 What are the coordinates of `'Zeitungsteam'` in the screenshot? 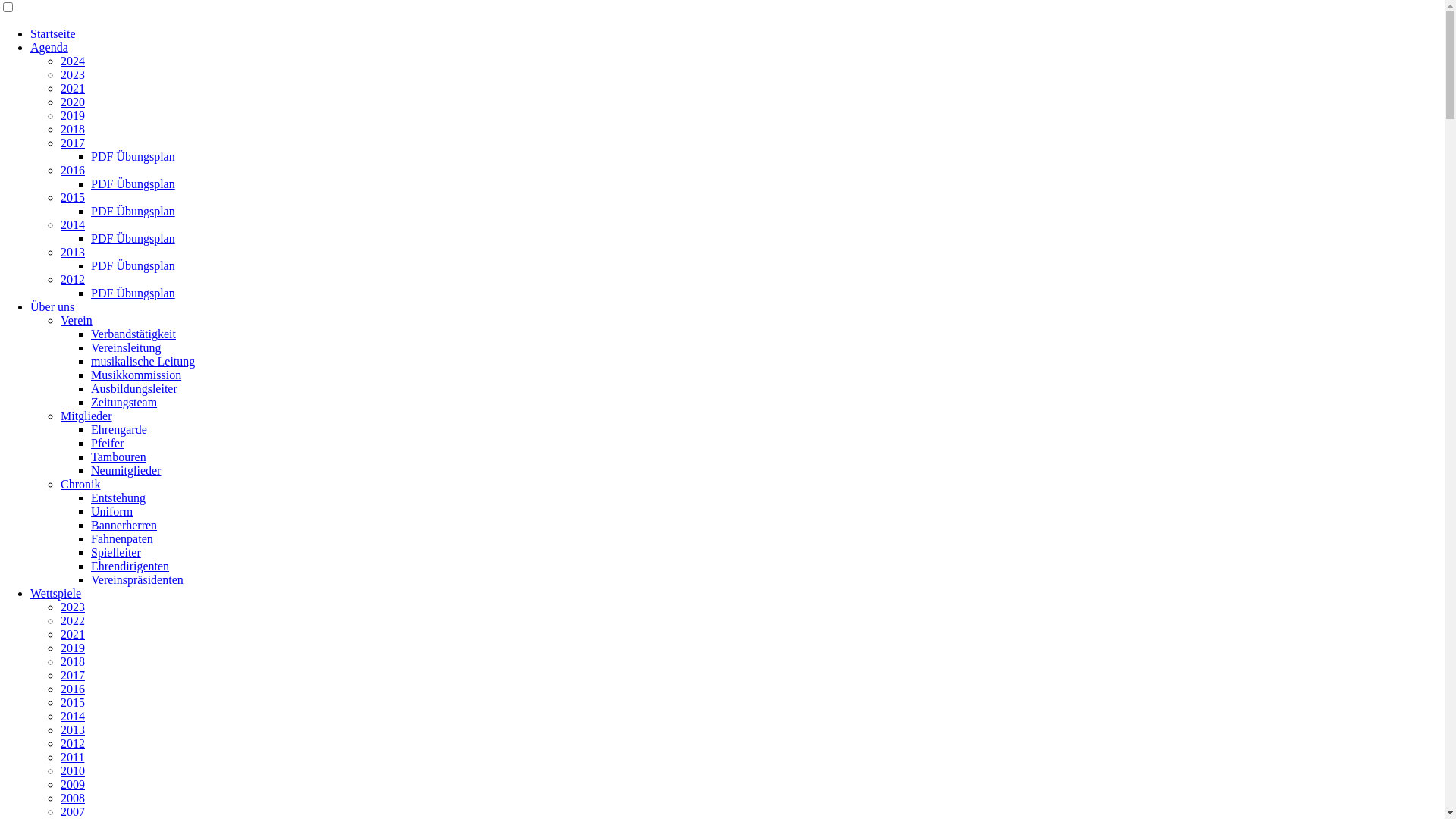 It's located at (124, 401).